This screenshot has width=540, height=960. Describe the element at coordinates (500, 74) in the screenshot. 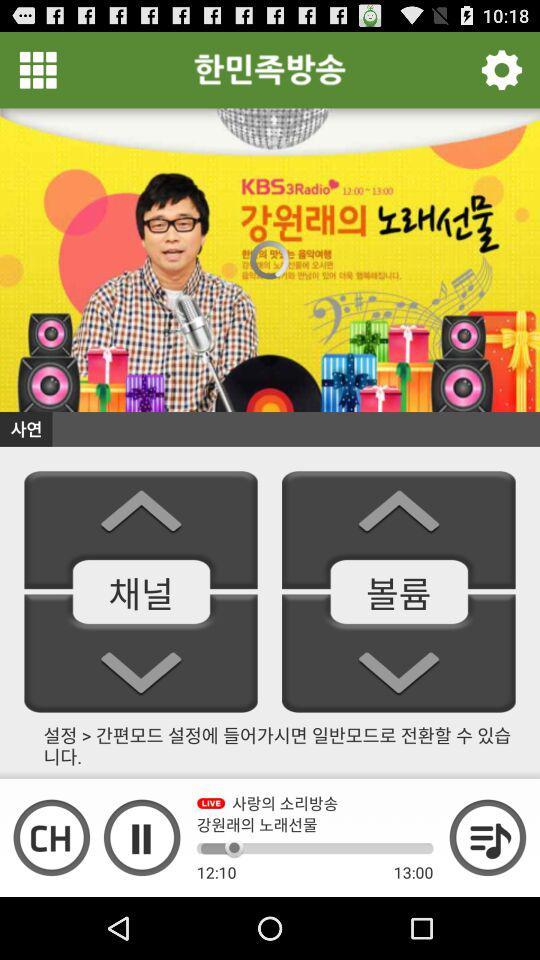

I see `the settings icon` at that location.